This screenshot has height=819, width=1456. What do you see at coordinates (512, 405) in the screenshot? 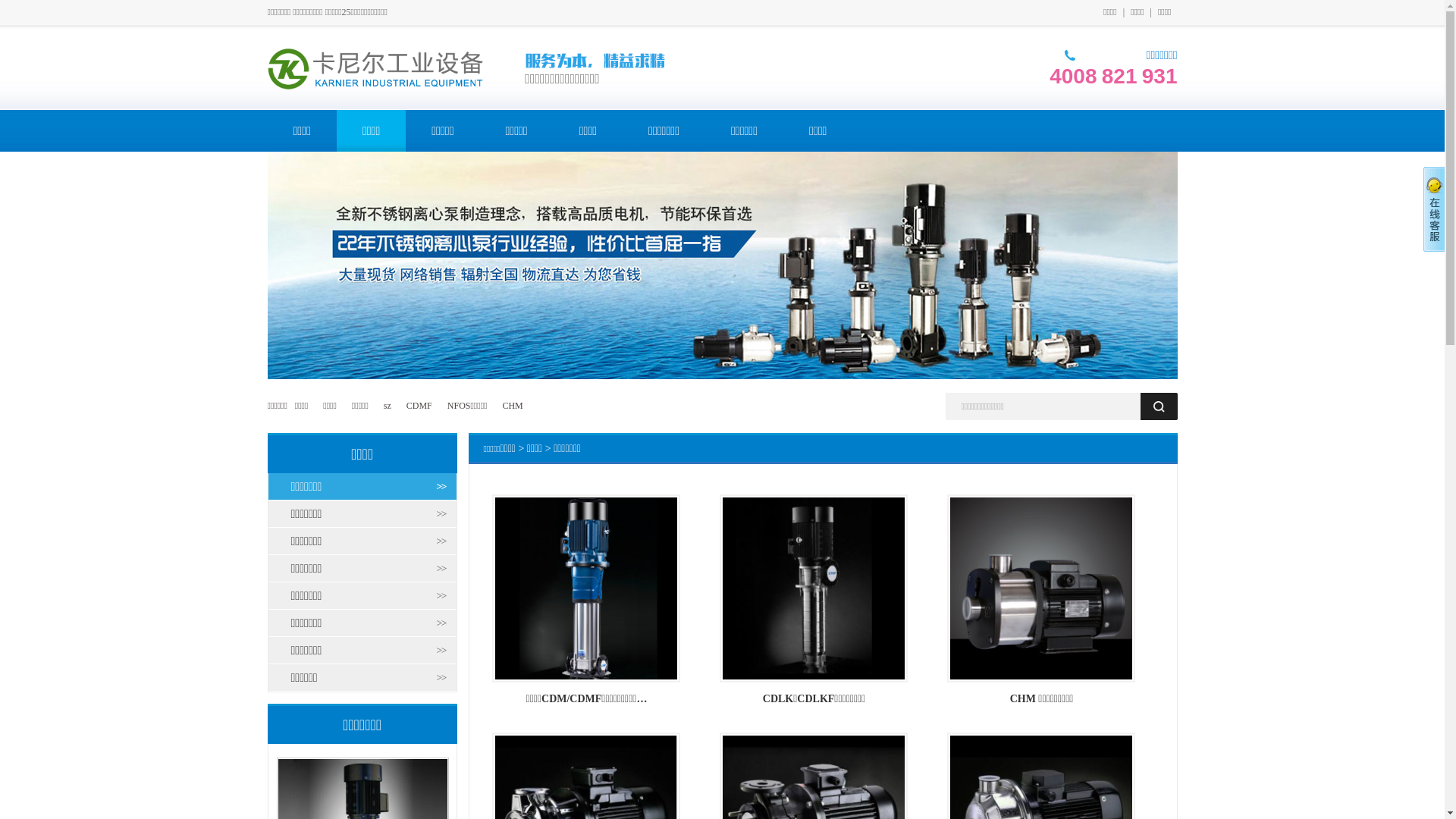
I see `'CHM'` at bounding box center [512, 405].